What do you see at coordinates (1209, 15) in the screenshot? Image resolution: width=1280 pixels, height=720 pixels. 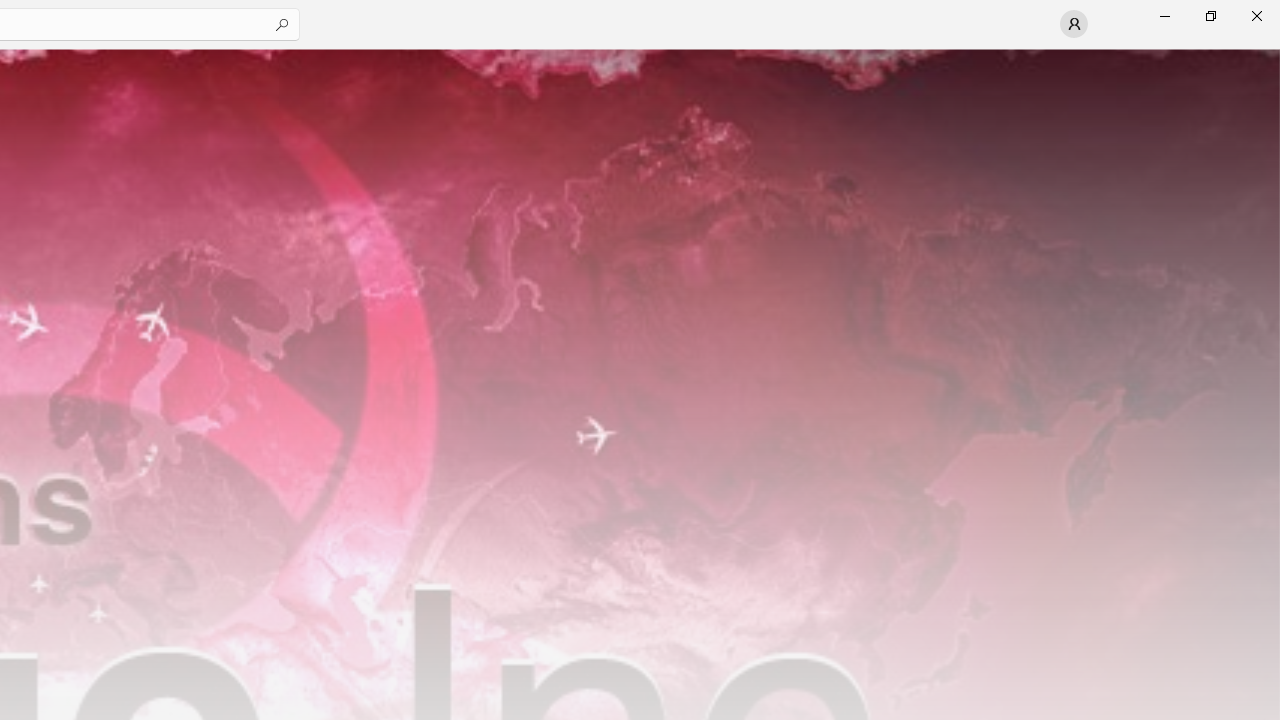 I see `'Restore Microsoft Store'` at bounding box center [1209, 15].